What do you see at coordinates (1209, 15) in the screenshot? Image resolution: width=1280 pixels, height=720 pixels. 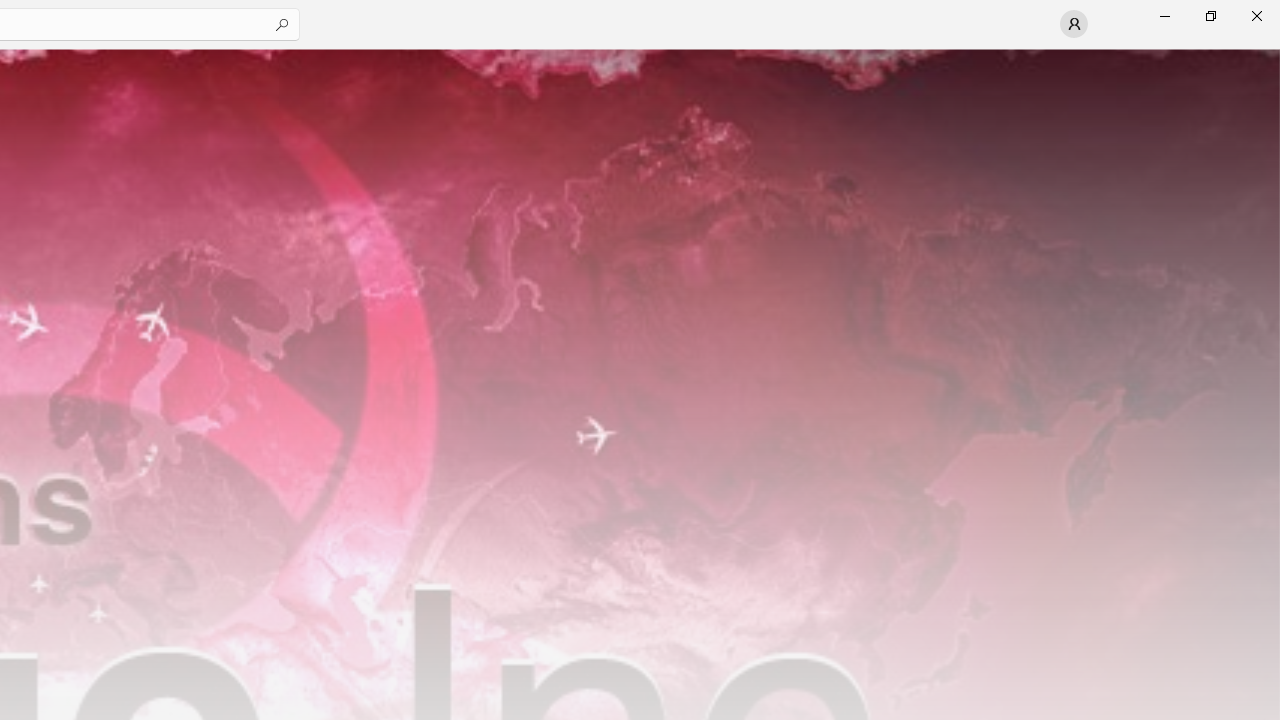 I see `'Restore Microsoft Store'` at bounding box center [1209, 15].